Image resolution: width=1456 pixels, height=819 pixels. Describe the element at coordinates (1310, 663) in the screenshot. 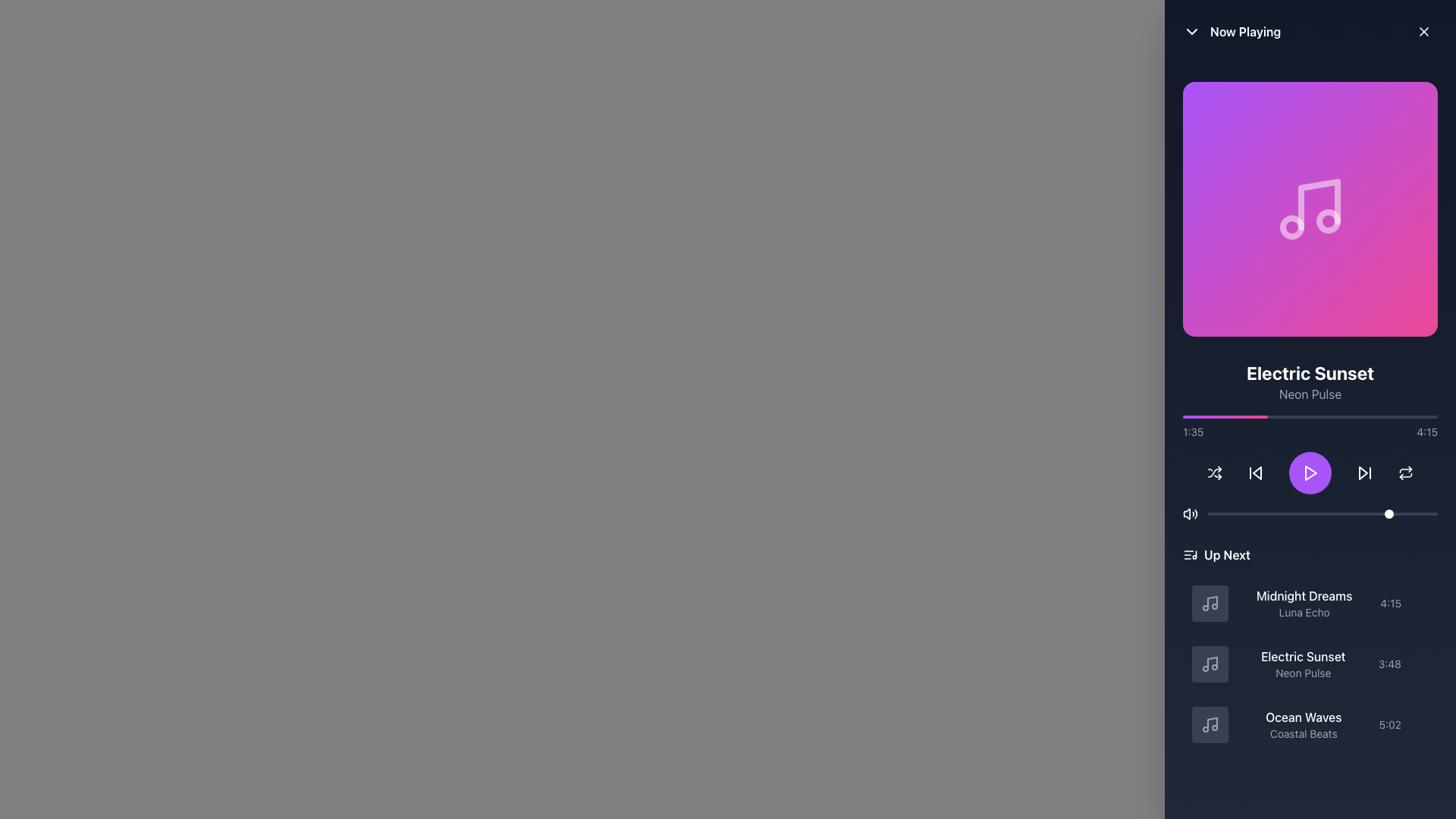

I see `the second item in the vertical list of tracks under the 'Up Next' section, which displays the title, artist, and duration of a track` at that location.